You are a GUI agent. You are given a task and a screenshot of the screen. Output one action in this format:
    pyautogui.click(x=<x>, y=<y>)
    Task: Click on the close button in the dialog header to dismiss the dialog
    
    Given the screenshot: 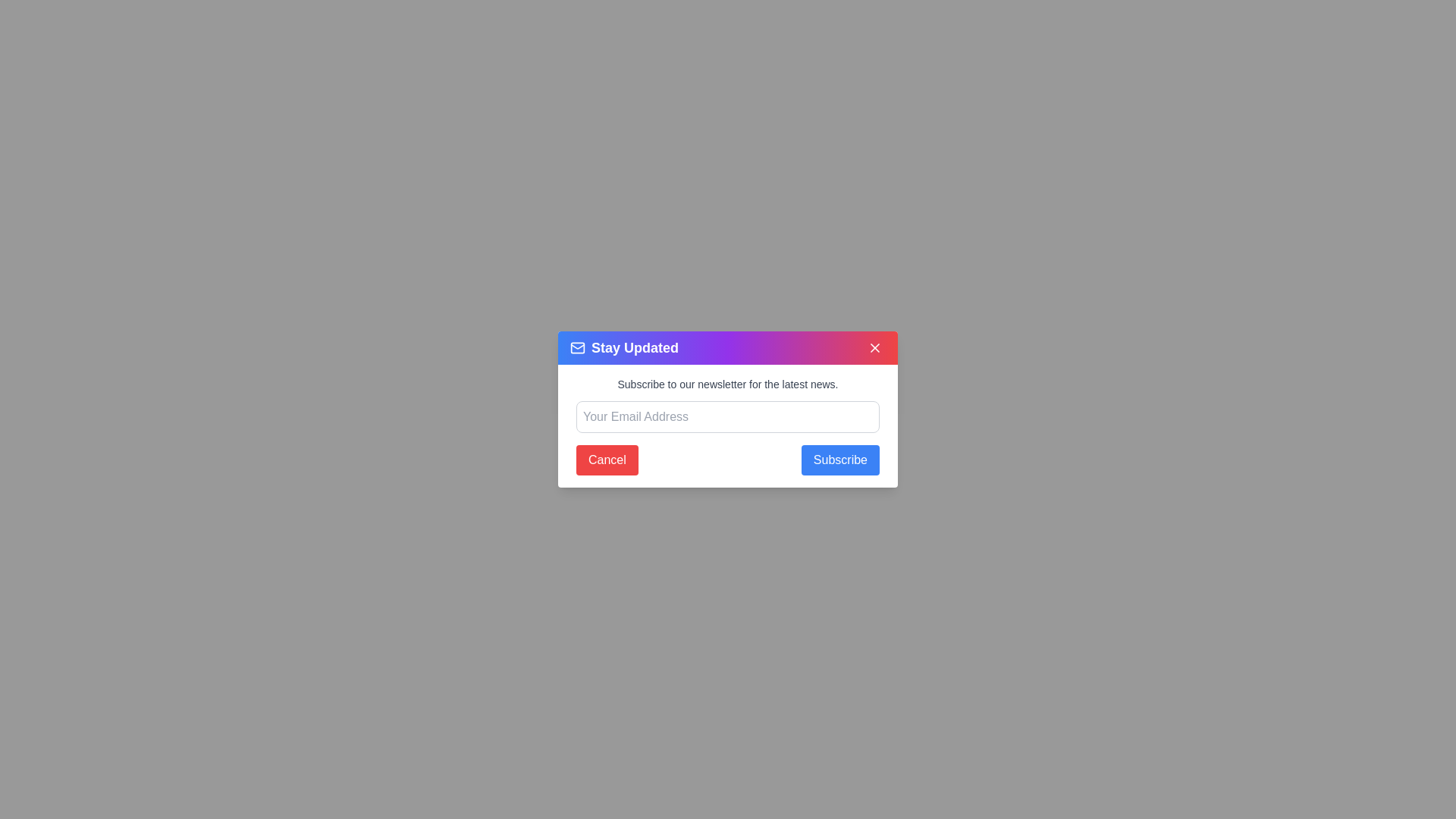 What is the action you would take?
    pyautogui.click(x=874, y=348)
    